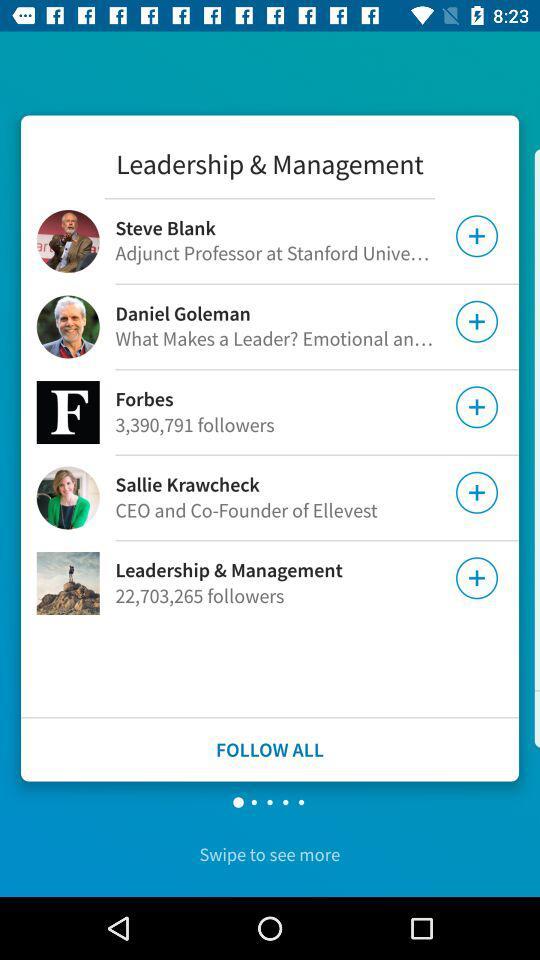 This screenshot has width=540, height=960. I want to click on follow all, so click(270, 748).